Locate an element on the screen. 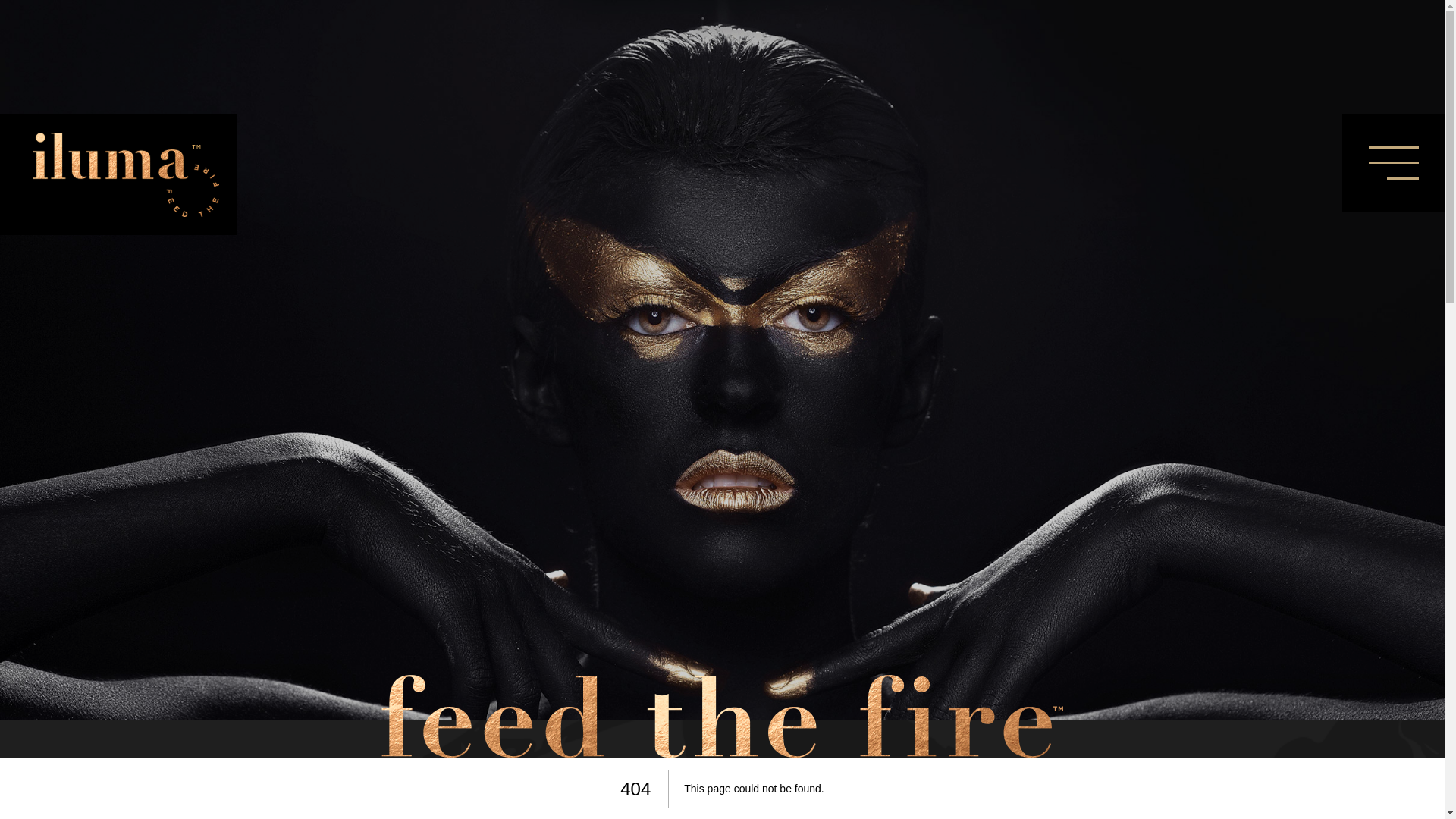 This screenshot has width=1456, height=819. 'Menu' is located at coordinates (1393, 163).